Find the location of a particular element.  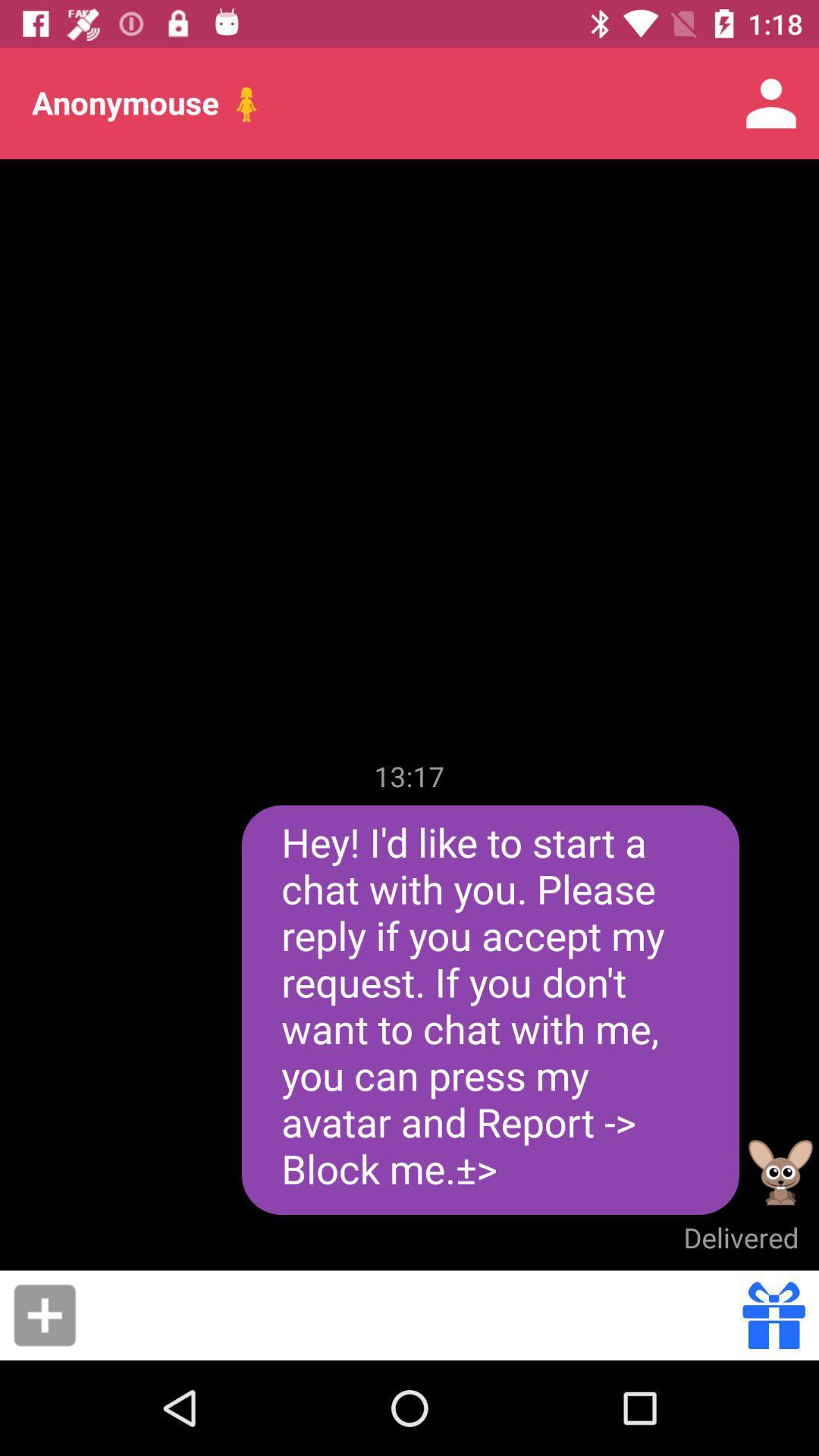

the item below the 13:17 is located at coordinates (490, 1010).